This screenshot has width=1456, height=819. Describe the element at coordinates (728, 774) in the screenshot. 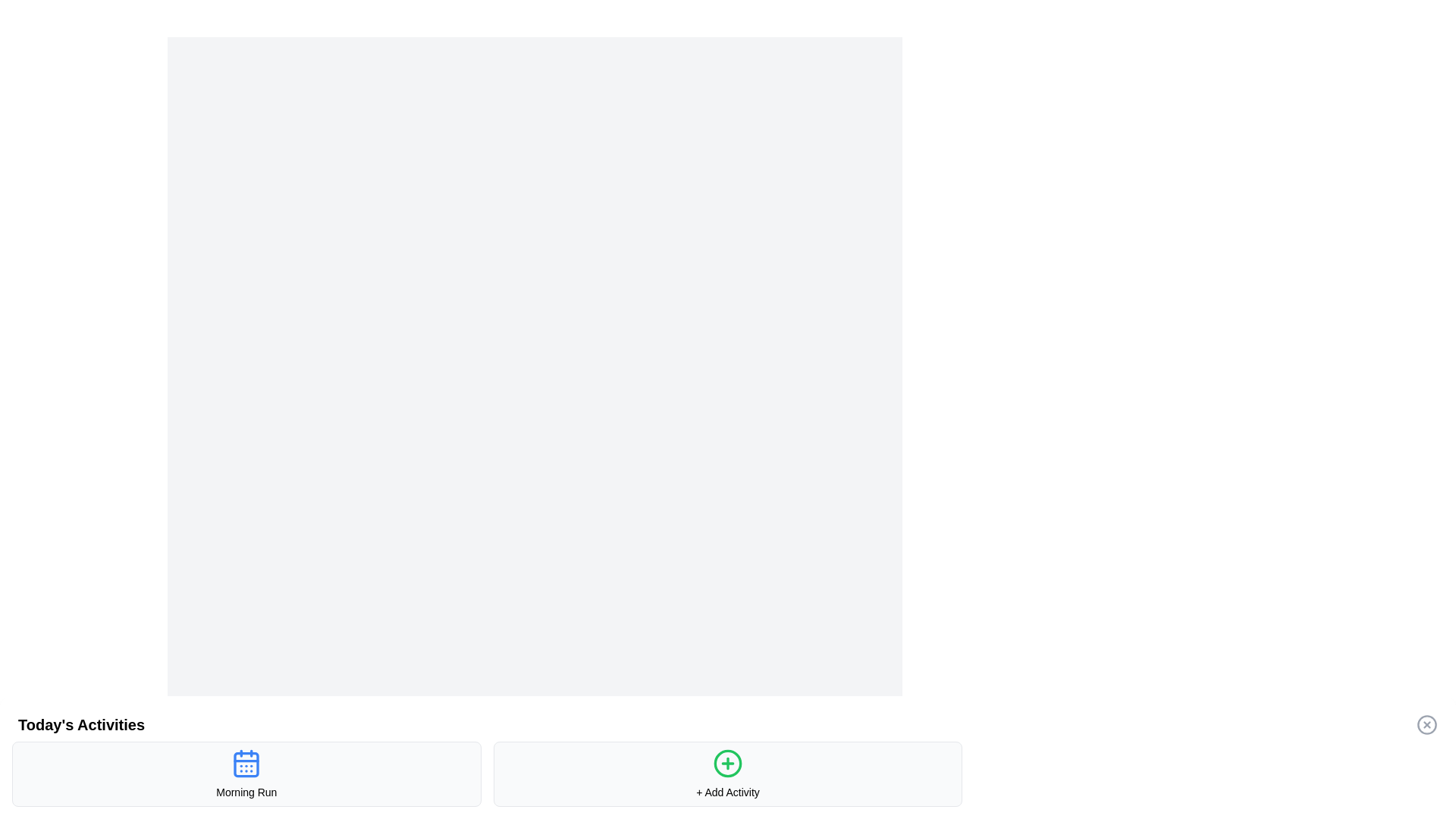

I see `the green plus button located to the right of the 'Morning Run' button in the bottom-middle area of the interface` at that location.